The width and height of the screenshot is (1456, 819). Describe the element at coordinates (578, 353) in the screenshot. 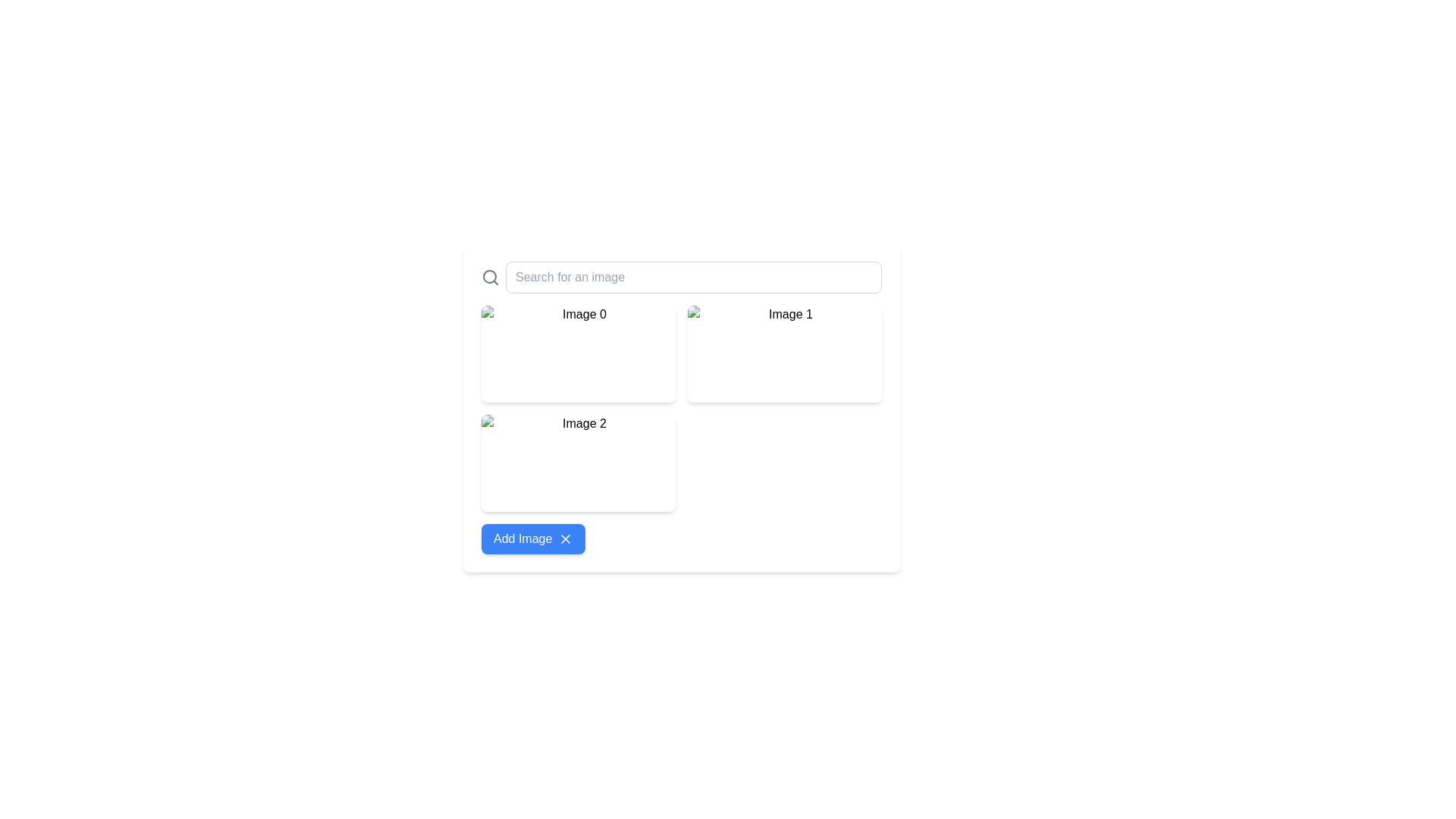

I see `the image placeholder labeled 'Image1' located` at that location.